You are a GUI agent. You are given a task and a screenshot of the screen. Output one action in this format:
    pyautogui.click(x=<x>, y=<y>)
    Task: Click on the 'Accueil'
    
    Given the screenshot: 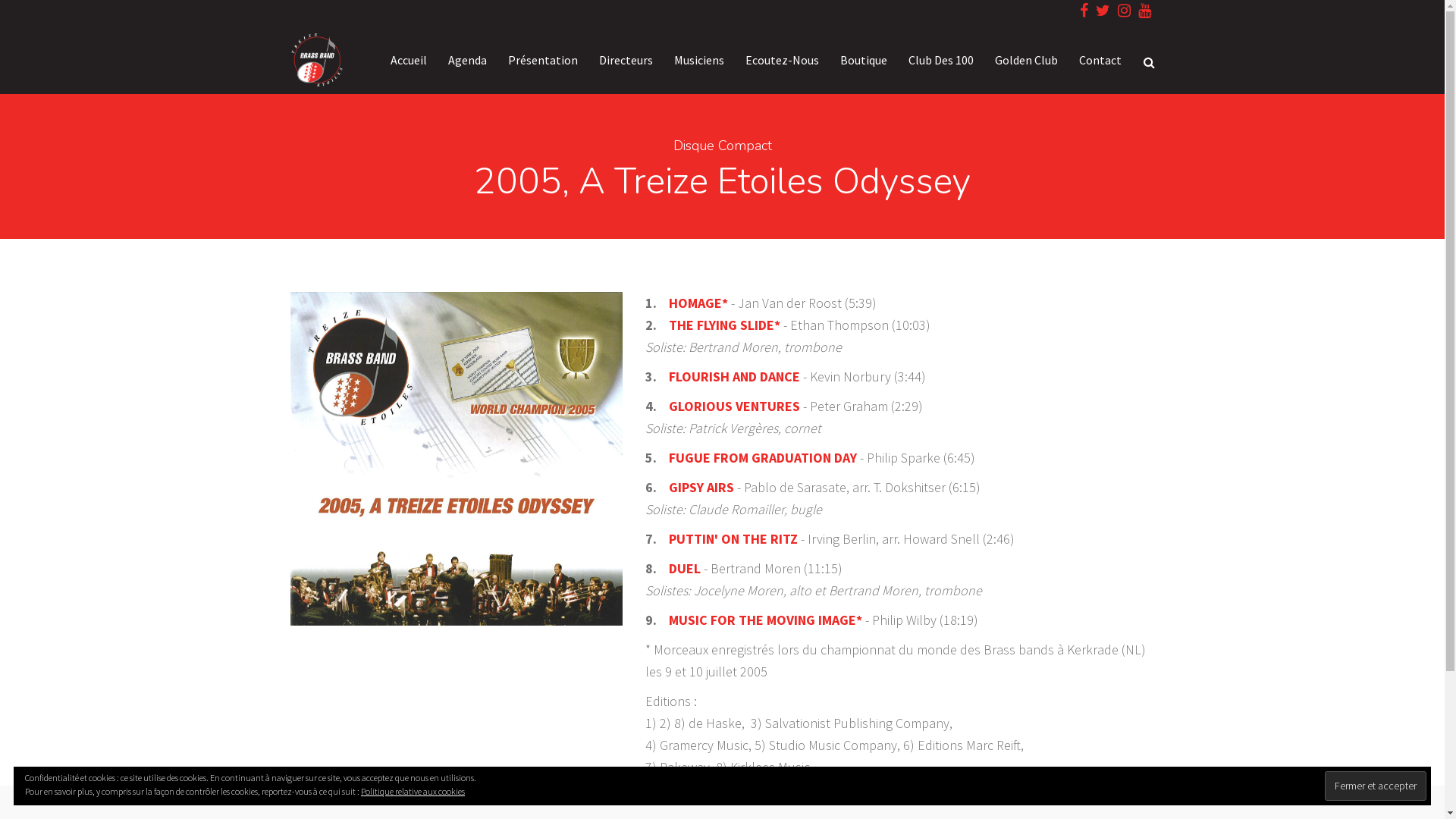 What is the action you would take?
    pyautogui.click(x=407, y=58)
    